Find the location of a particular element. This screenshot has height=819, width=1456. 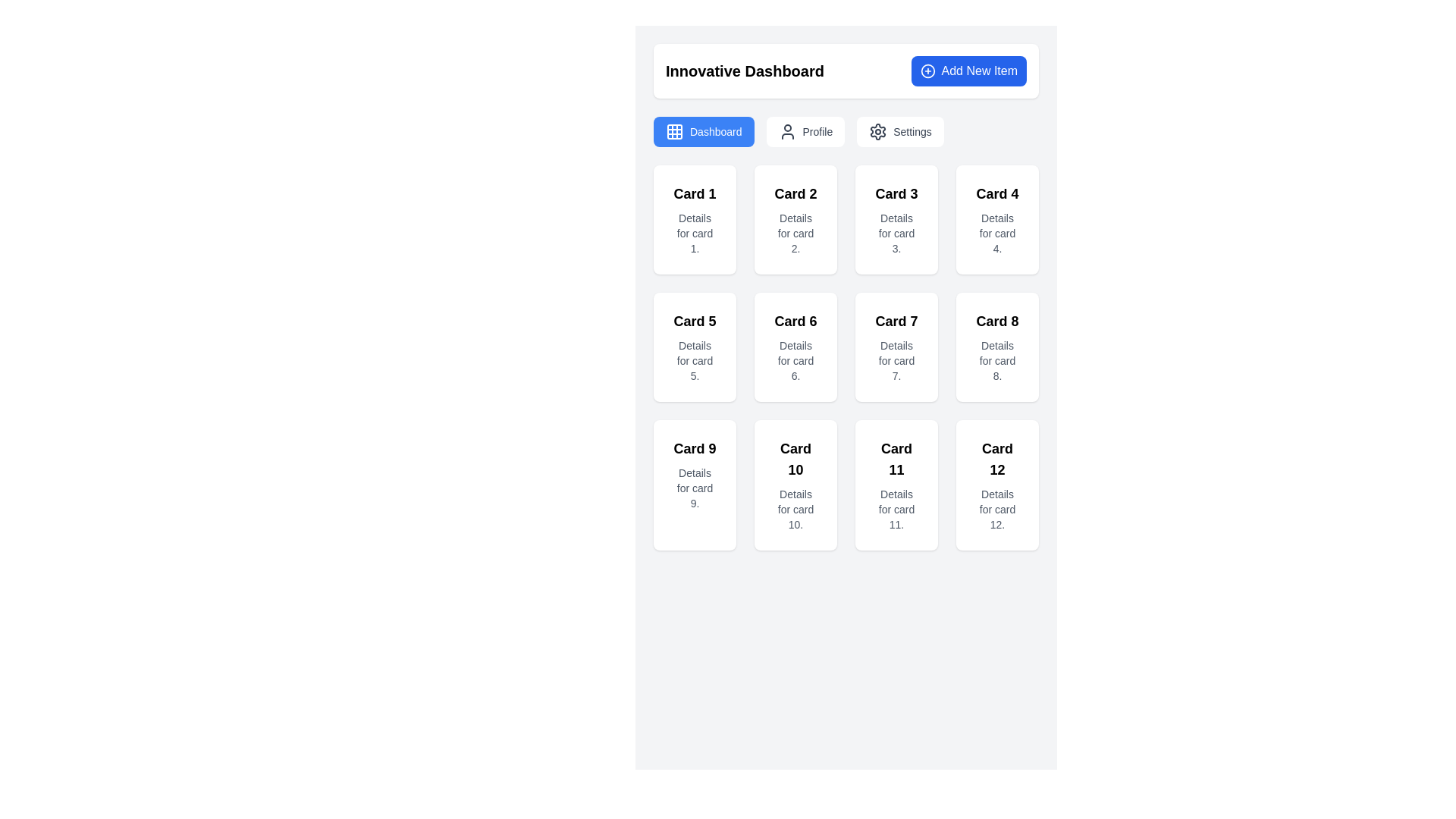

the second interactive card in the first row of the grid layout is located at coordinates (795, 219).